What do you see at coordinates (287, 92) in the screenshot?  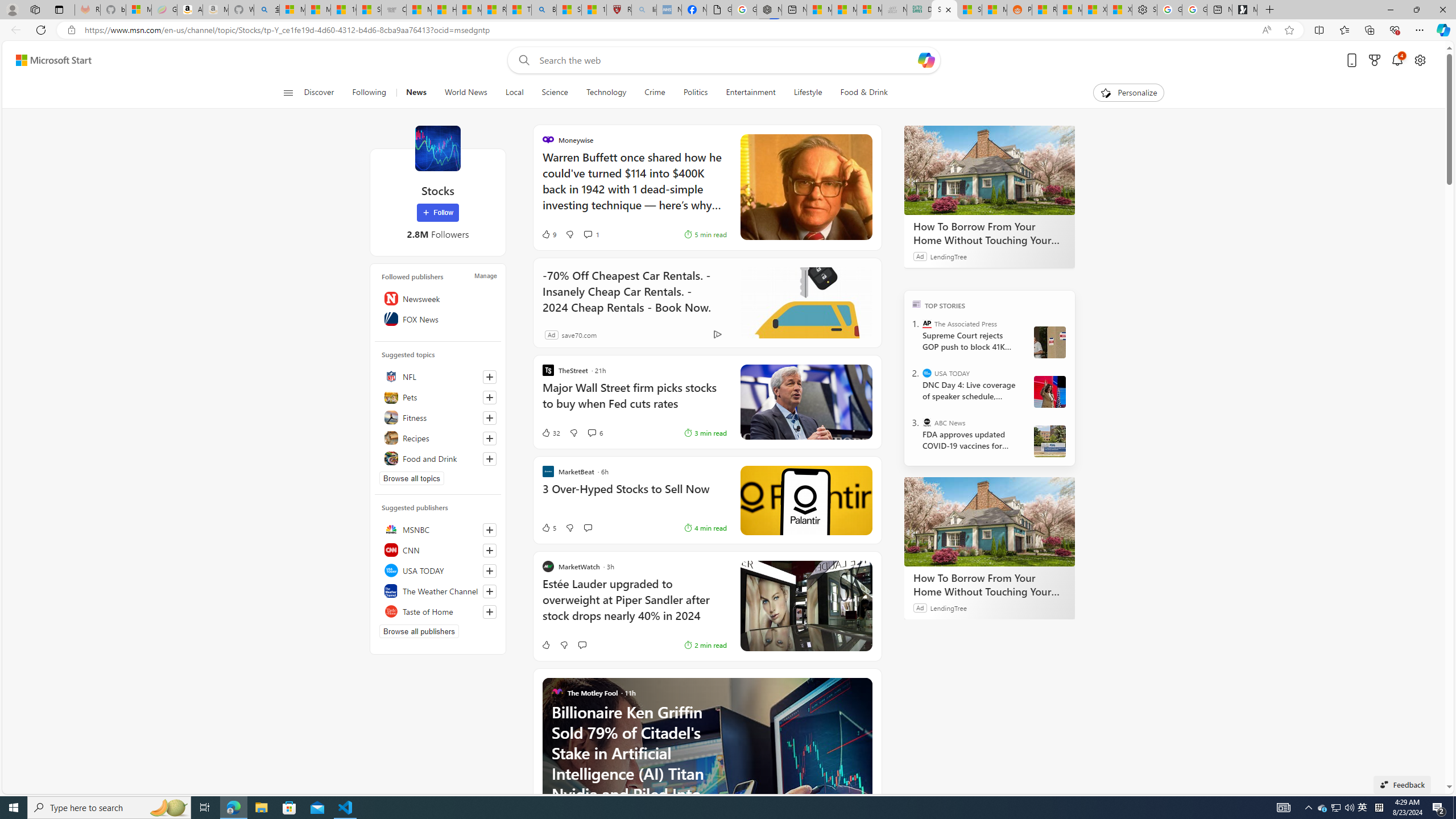 I see `'Open navigation menu'` at bounding box center [287, 92].